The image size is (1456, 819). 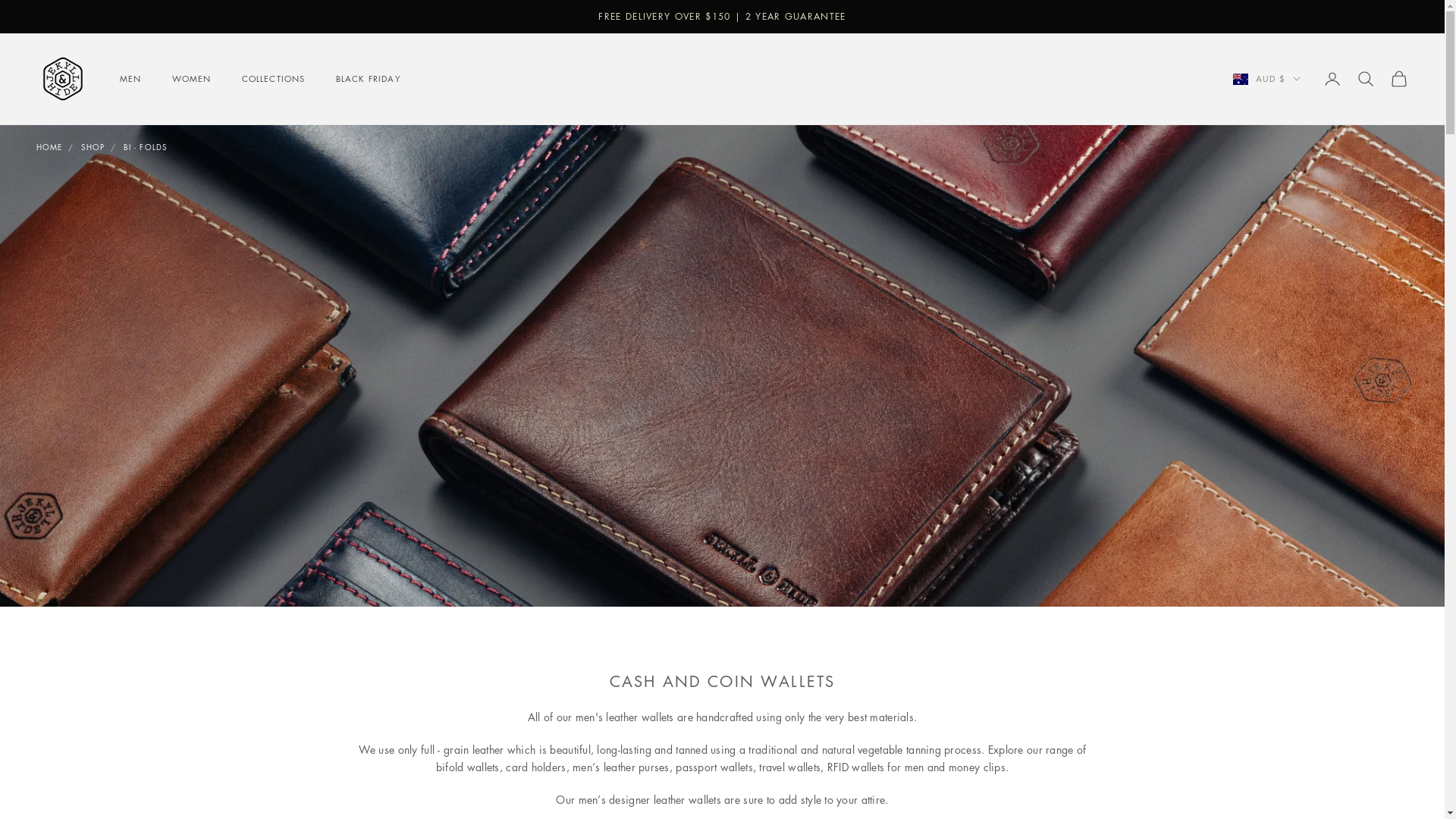 I want to click on 'Open account page', so click(x=1331, y=79).